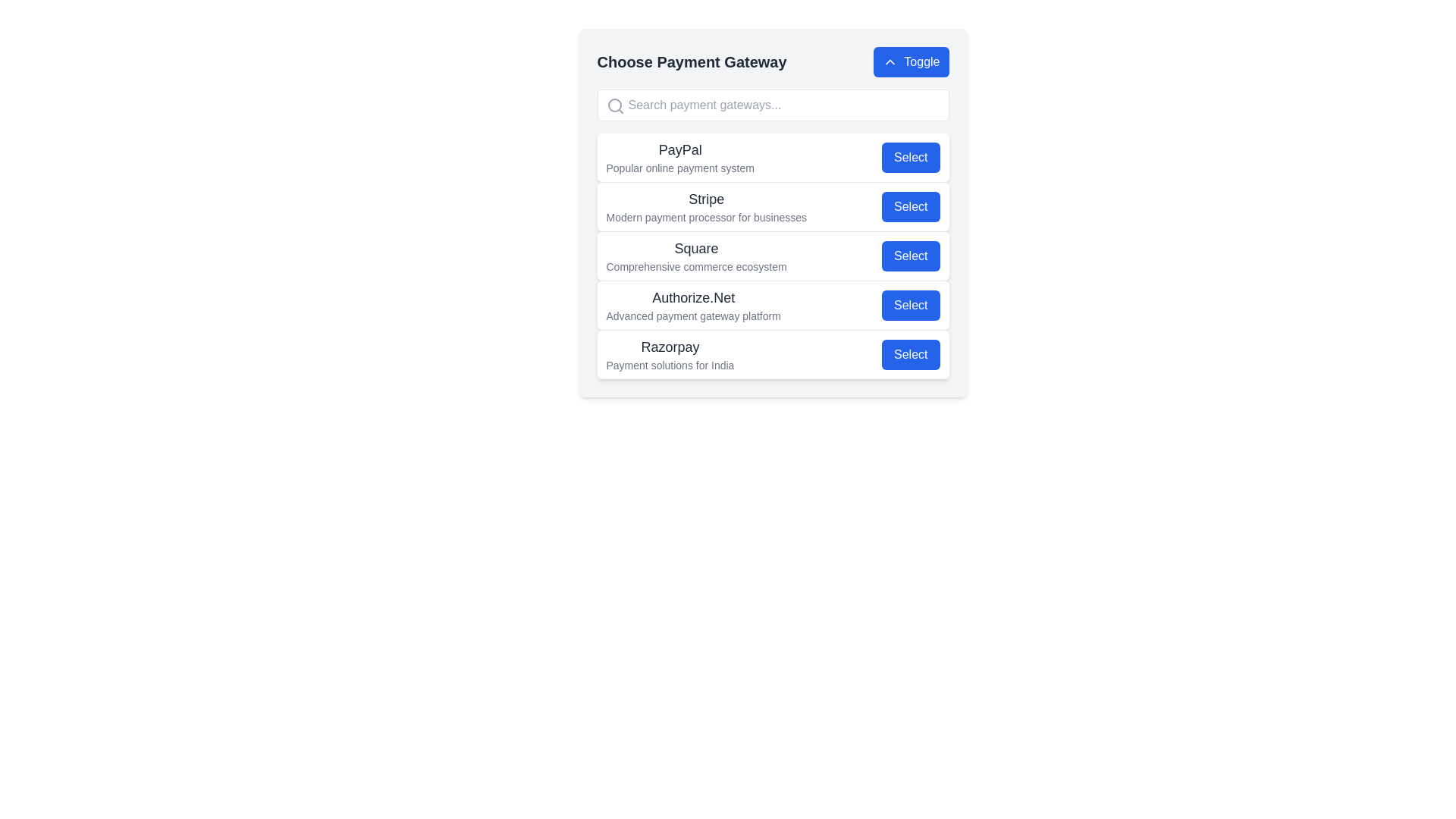  Describe the element at coordinates (910, 305) in the screenshot. I see `the 'Select' button with white text on a blue background, which is the fourth button from the top in a vertical sequence of similar buttons` at that location.